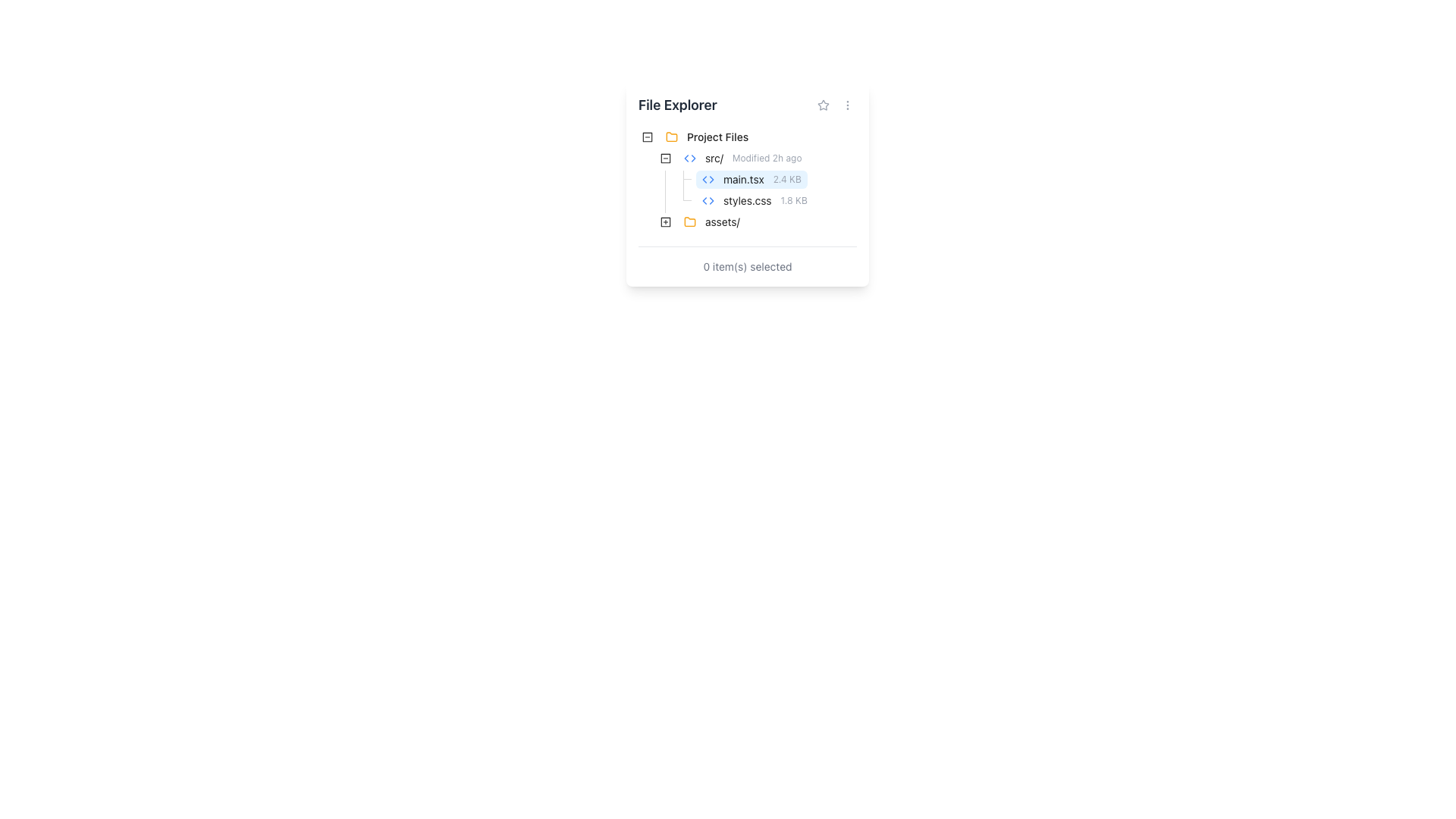 The image size is (1456, 819). Describe the element at coordinates (701, 137) in the screenshot. I see `the 'Project Files' Tree item, which is represented by an orange folder icon and labeled with the text 'Project Files'` at that location.